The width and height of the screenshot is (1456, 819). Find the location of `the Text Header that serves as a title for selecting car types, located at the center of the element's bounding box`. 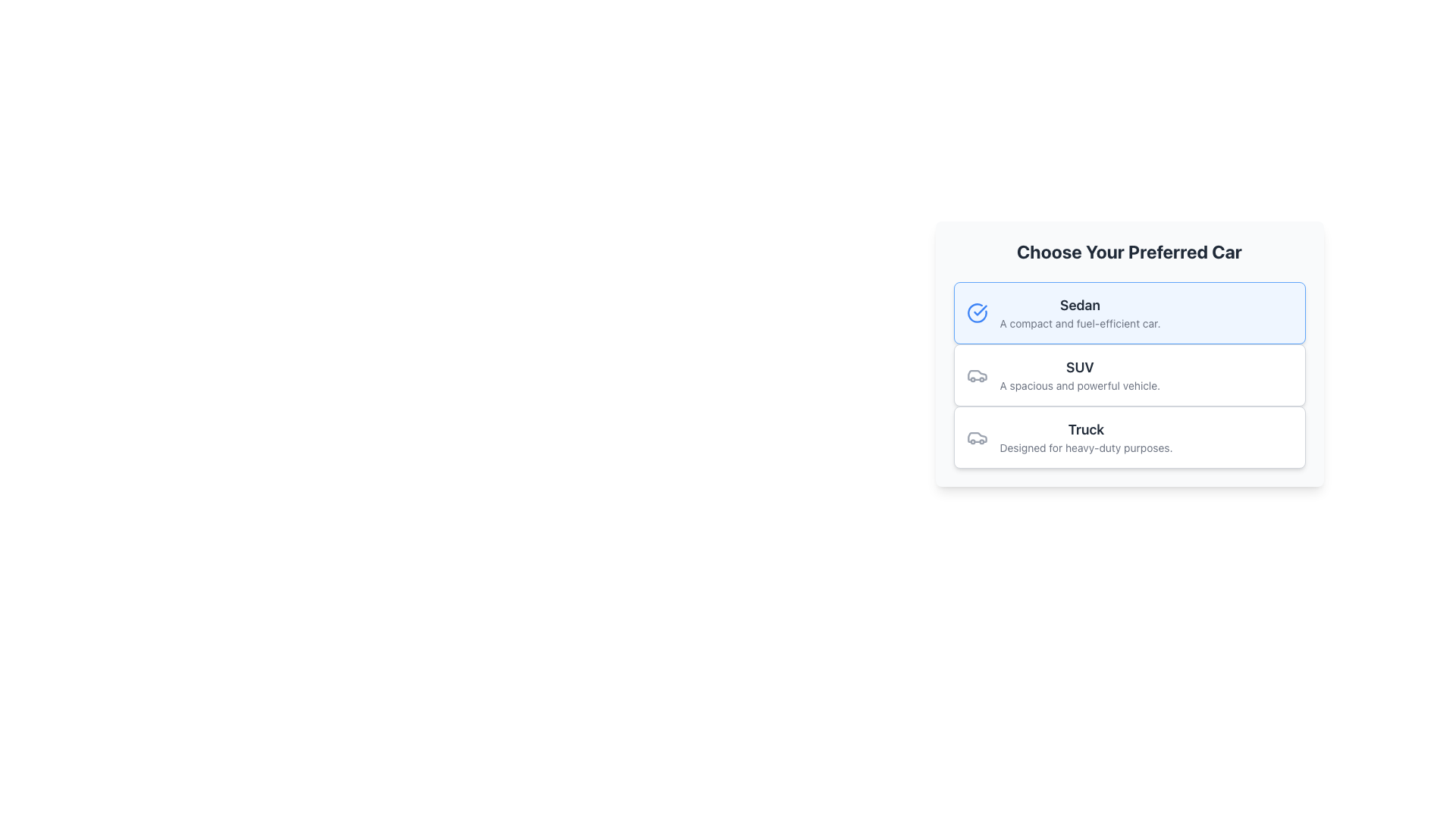

the Text Header that serves as a title for selecting car types, located at the center of the element's bounding box is located at coordinates (1129, 250).